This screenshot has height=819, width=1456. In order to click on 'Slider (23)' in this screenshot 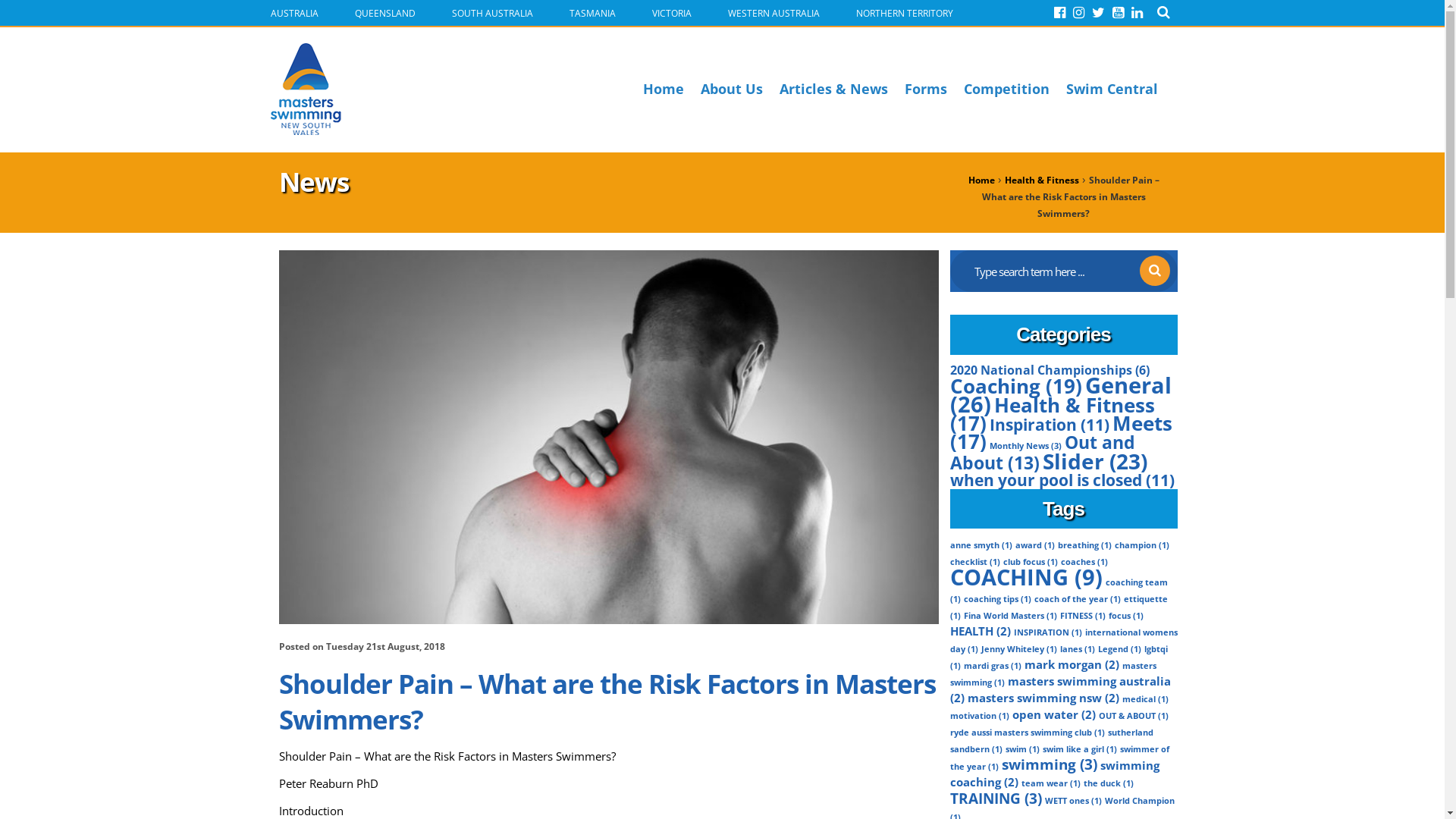, I will do `click(1094, 460)`.